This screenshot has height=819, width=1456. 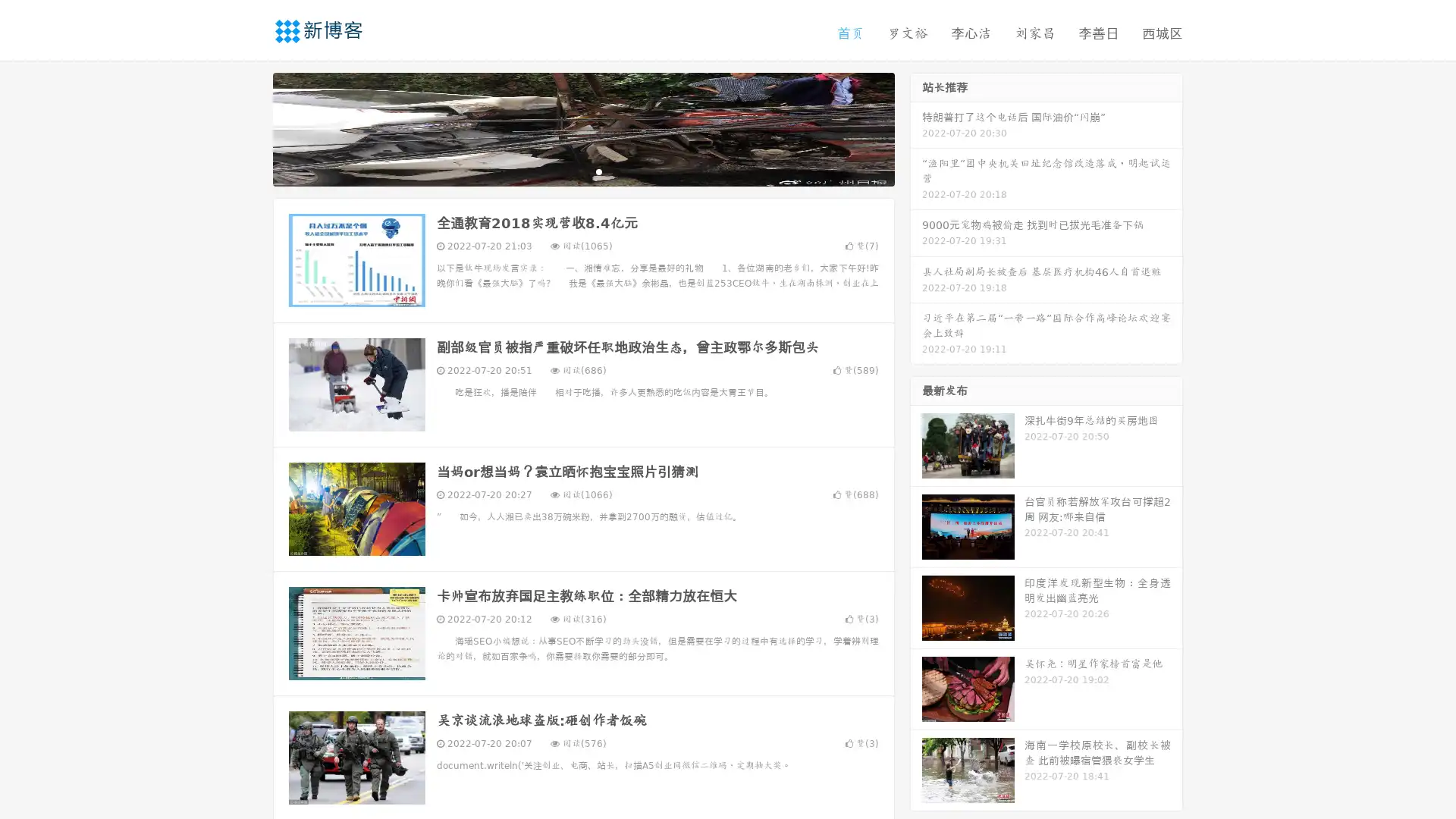 I want to click on Previous slide, so click(x=250, y=127).